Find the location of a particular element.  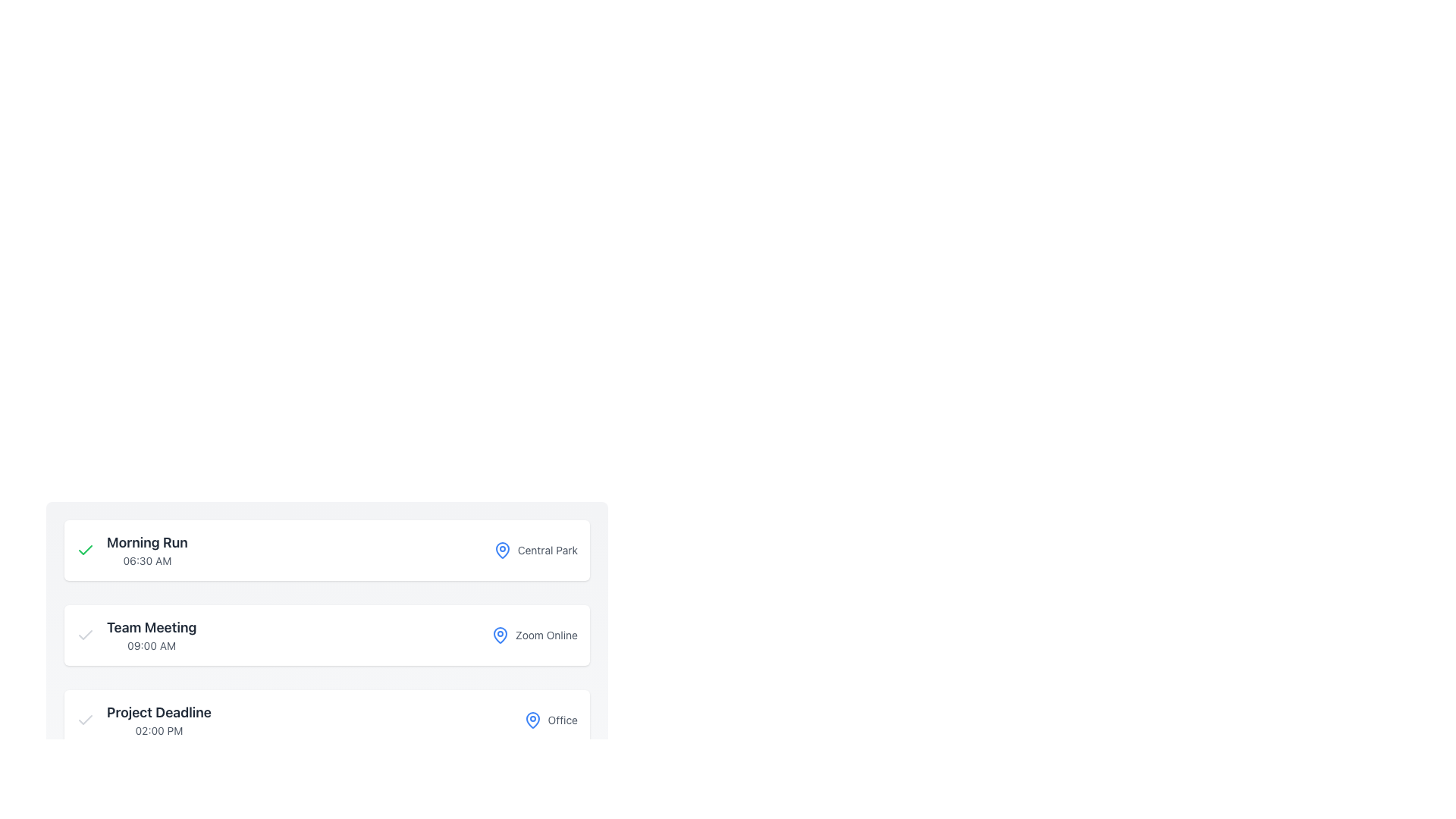

the 'Morning Run' text label with the green checkmark icon, which is located at the uppermost segment of the list structure is located at coordinates (132, 550).